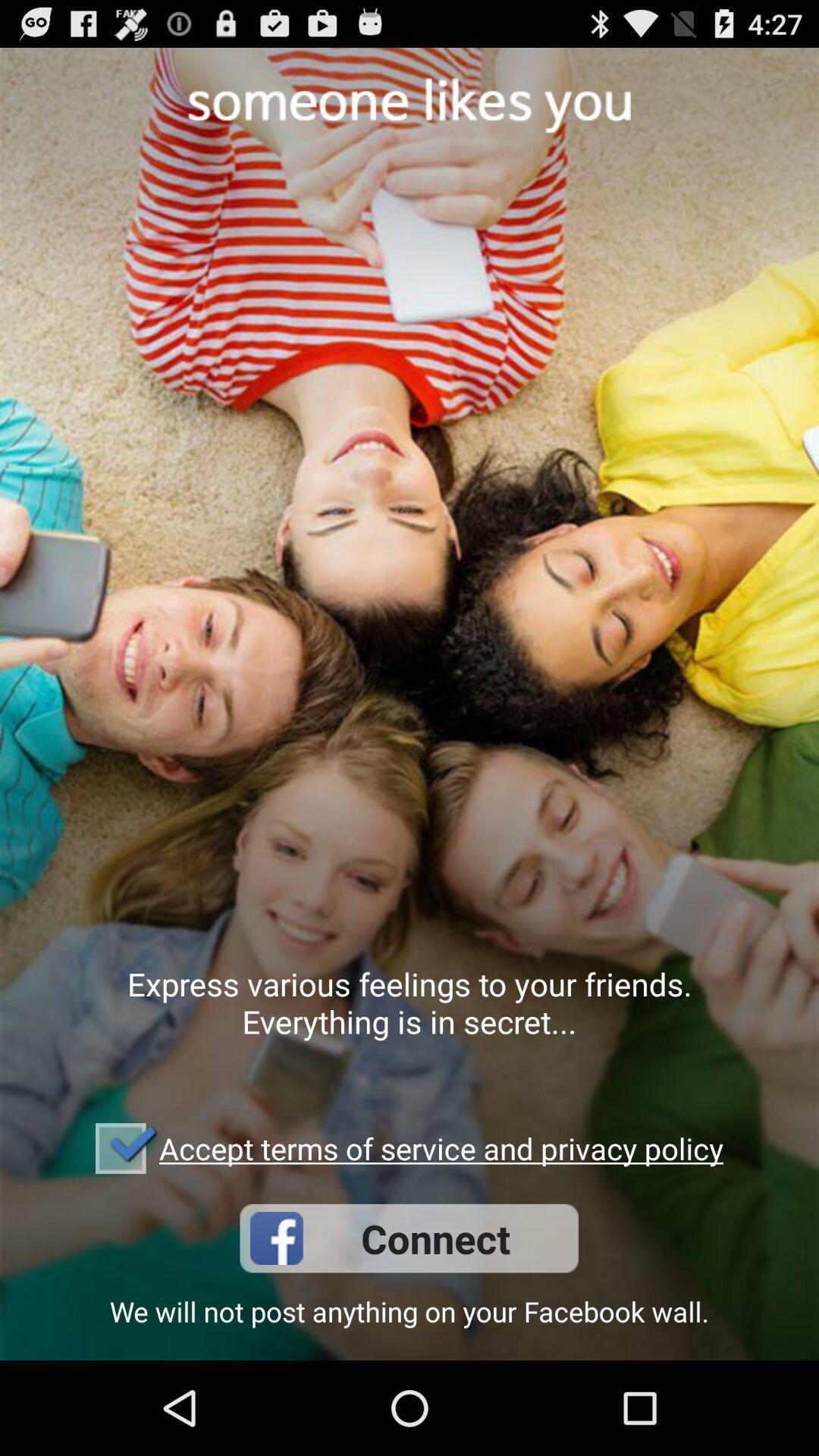 This screenshot has height=1456, width=819. What do you see at coordinates (408, 1238) in the screenshot?
I see `the app below accept terms of icon` at bounding box center [408, 1238].